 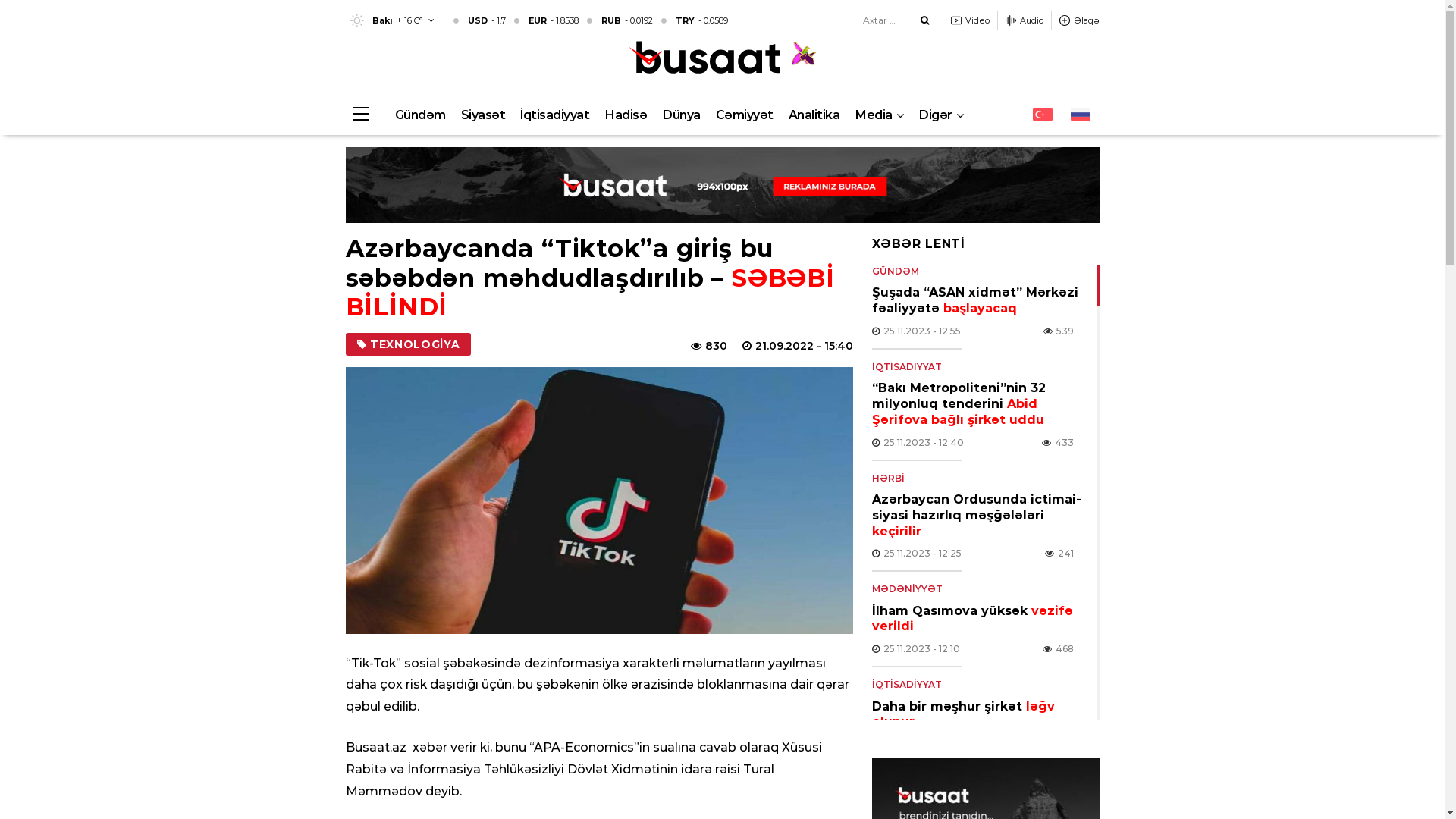 What do you see at coordinates (589, 20) in the screenshot?
I see `'USD` at bounding box center [589, 20].